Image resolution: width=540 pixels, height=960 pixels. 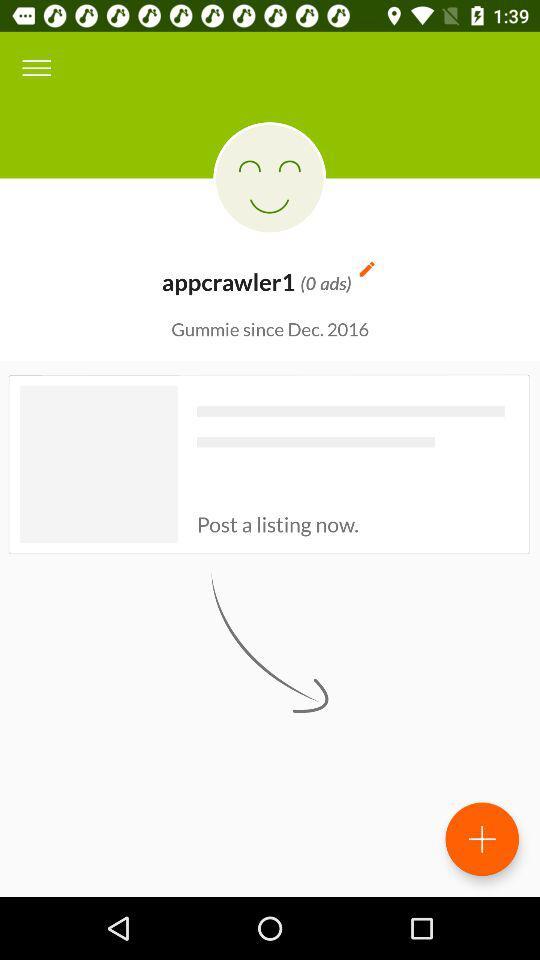 I want to click on icon at the top left corner, so click(x=36, y=68).